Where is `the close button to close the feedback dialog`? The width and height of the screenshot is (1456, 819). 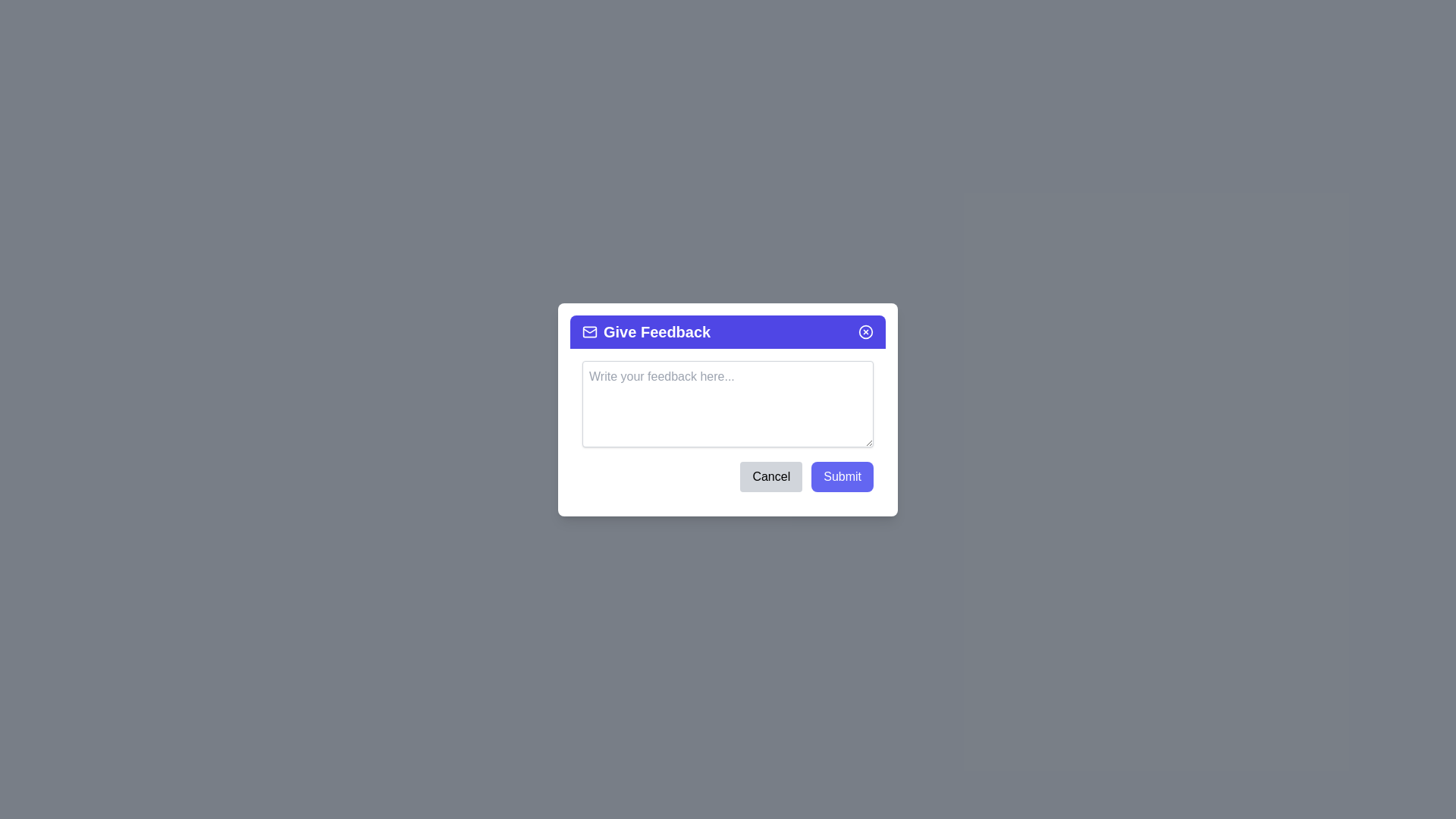
the close button to close the feedback dialog is located at coordinates (866, 331).